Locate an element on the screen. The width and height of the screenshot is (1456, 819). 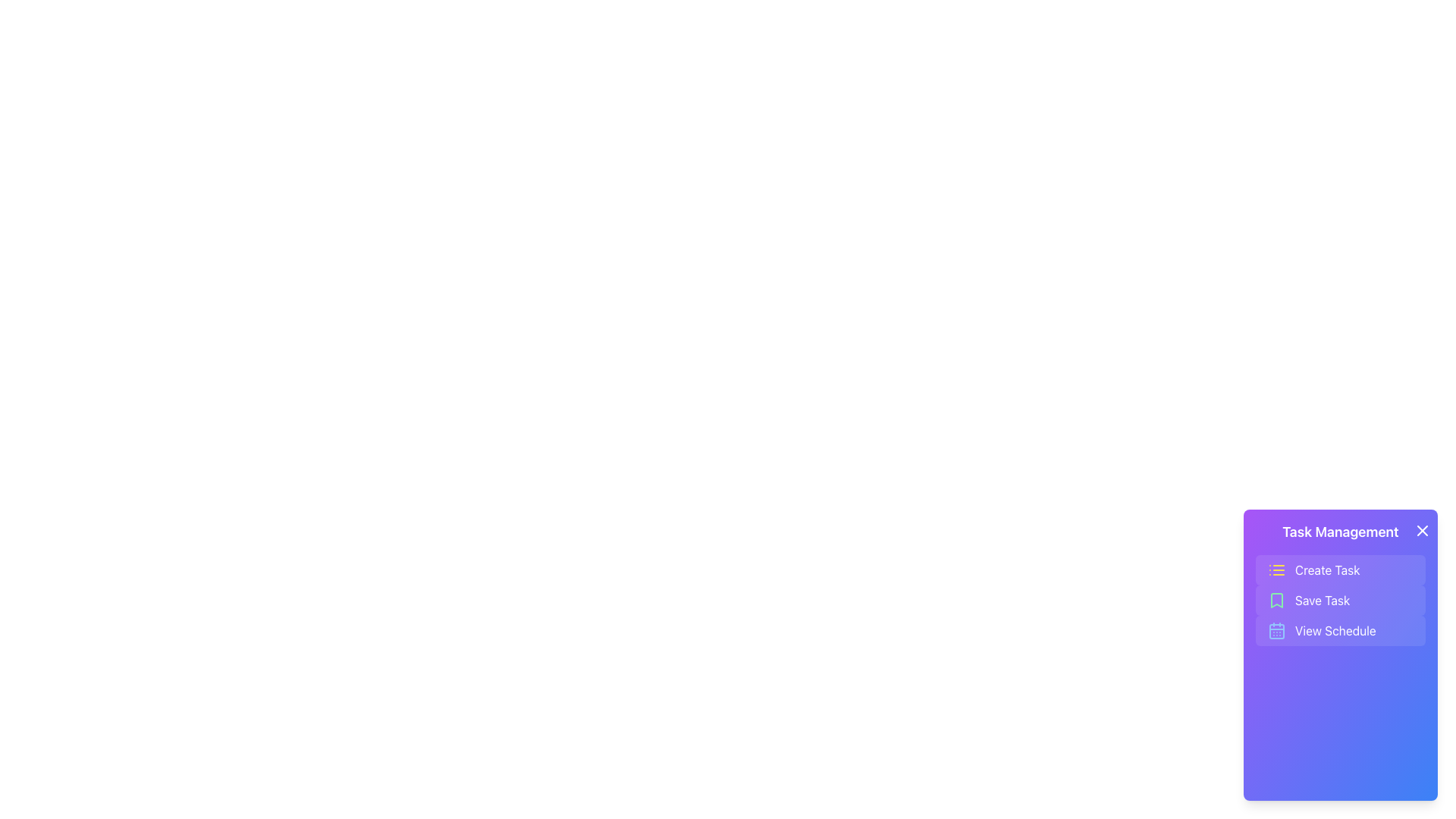
the Close Button, represented by a white 'X' icon inside a circular area, located in the upper-right corner of the 'Task Management' panel is located at coordinates (1422, 529).